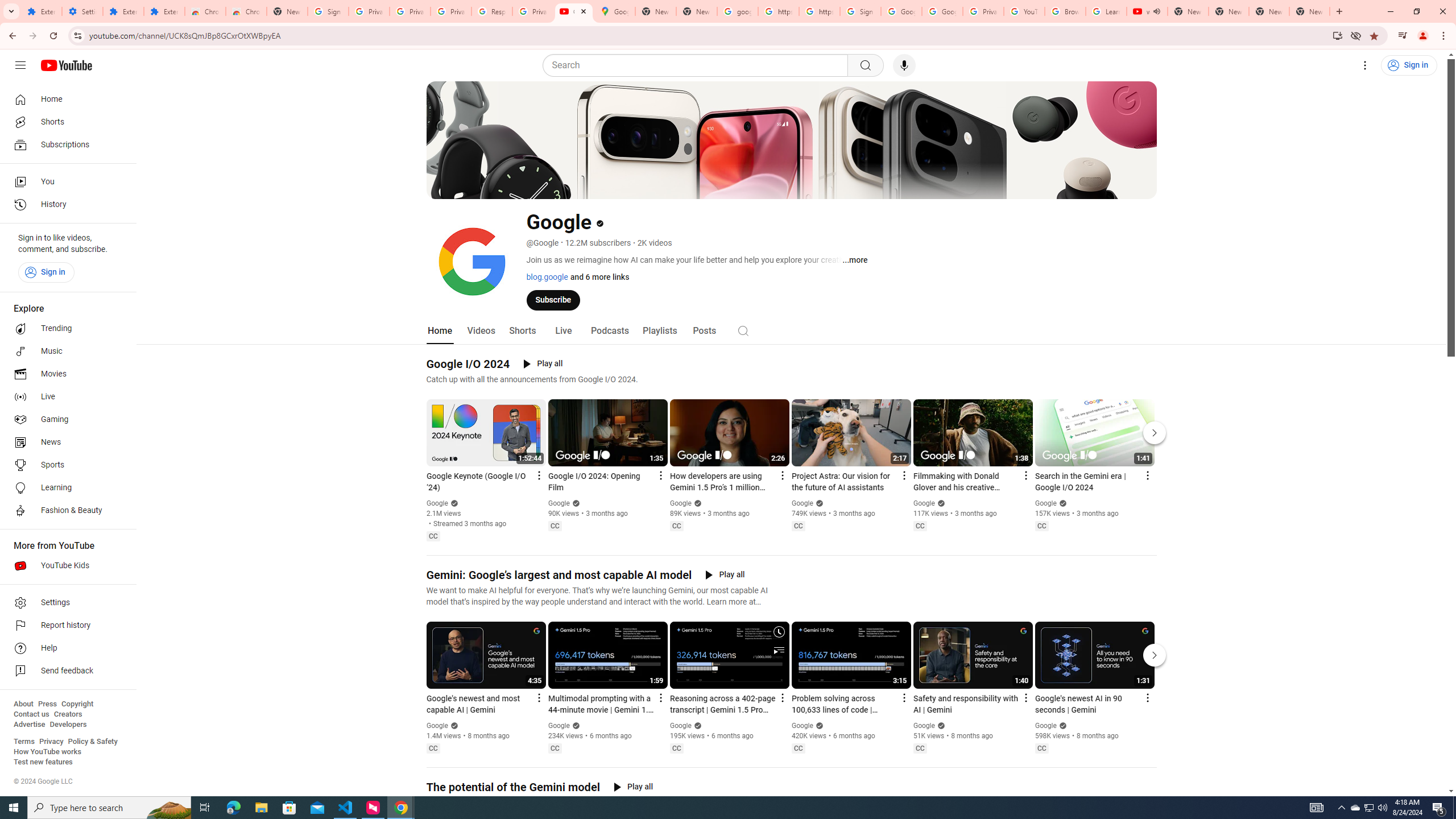 The image size is (1456, 819). I want to click on 'Chrome', so click(1444, 35).